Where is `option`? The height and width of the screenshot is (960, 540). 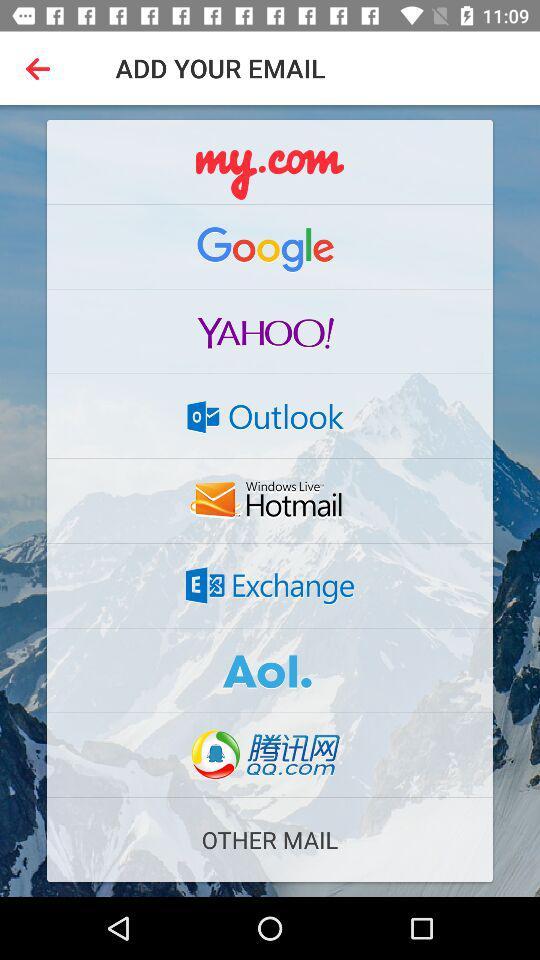 option is located at coordinates (270, 500).